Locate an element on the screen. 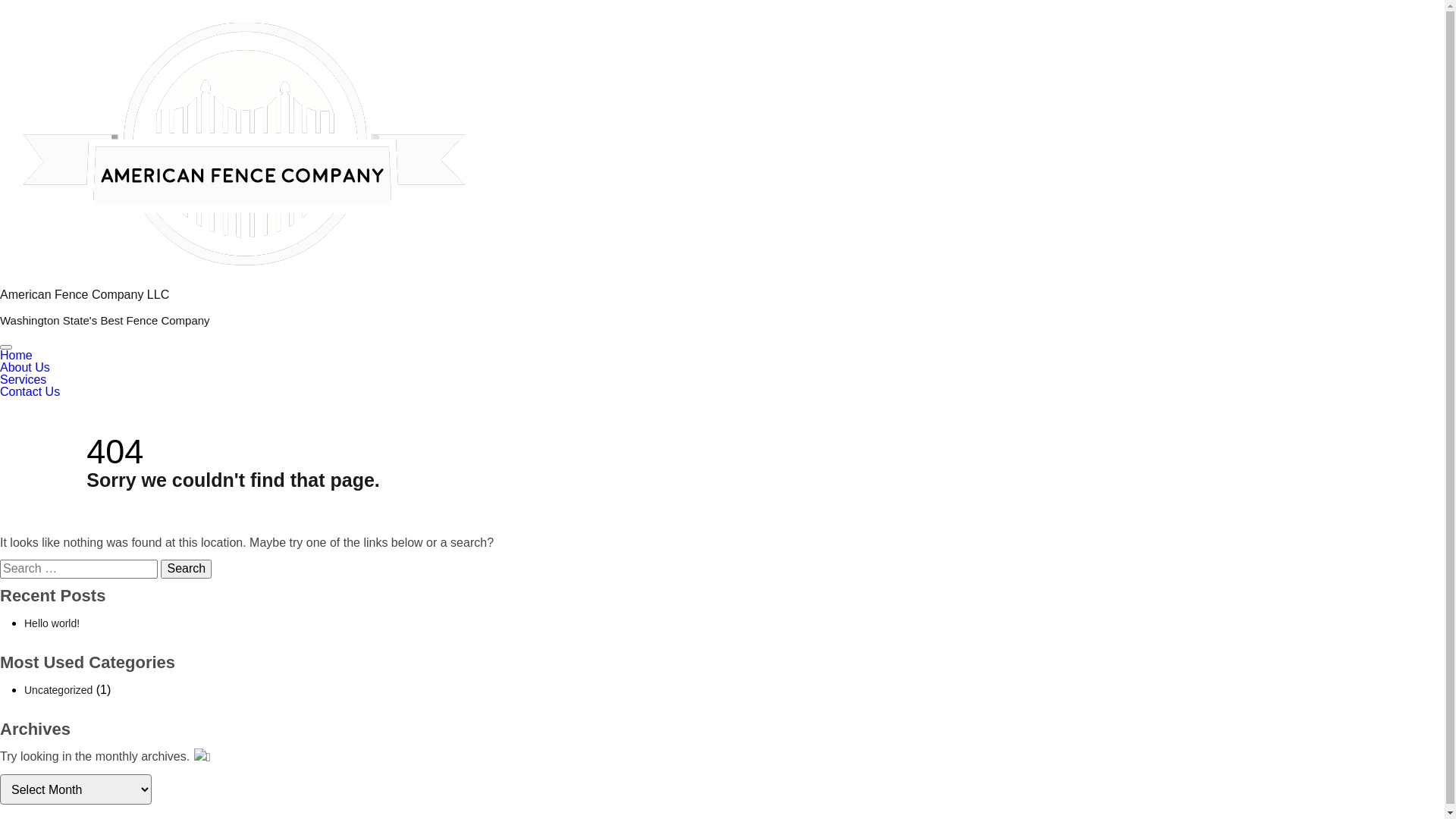 The height and width of the screenshot is (819, 1456). 'Contact Us' is located at coordinates (30, 391).